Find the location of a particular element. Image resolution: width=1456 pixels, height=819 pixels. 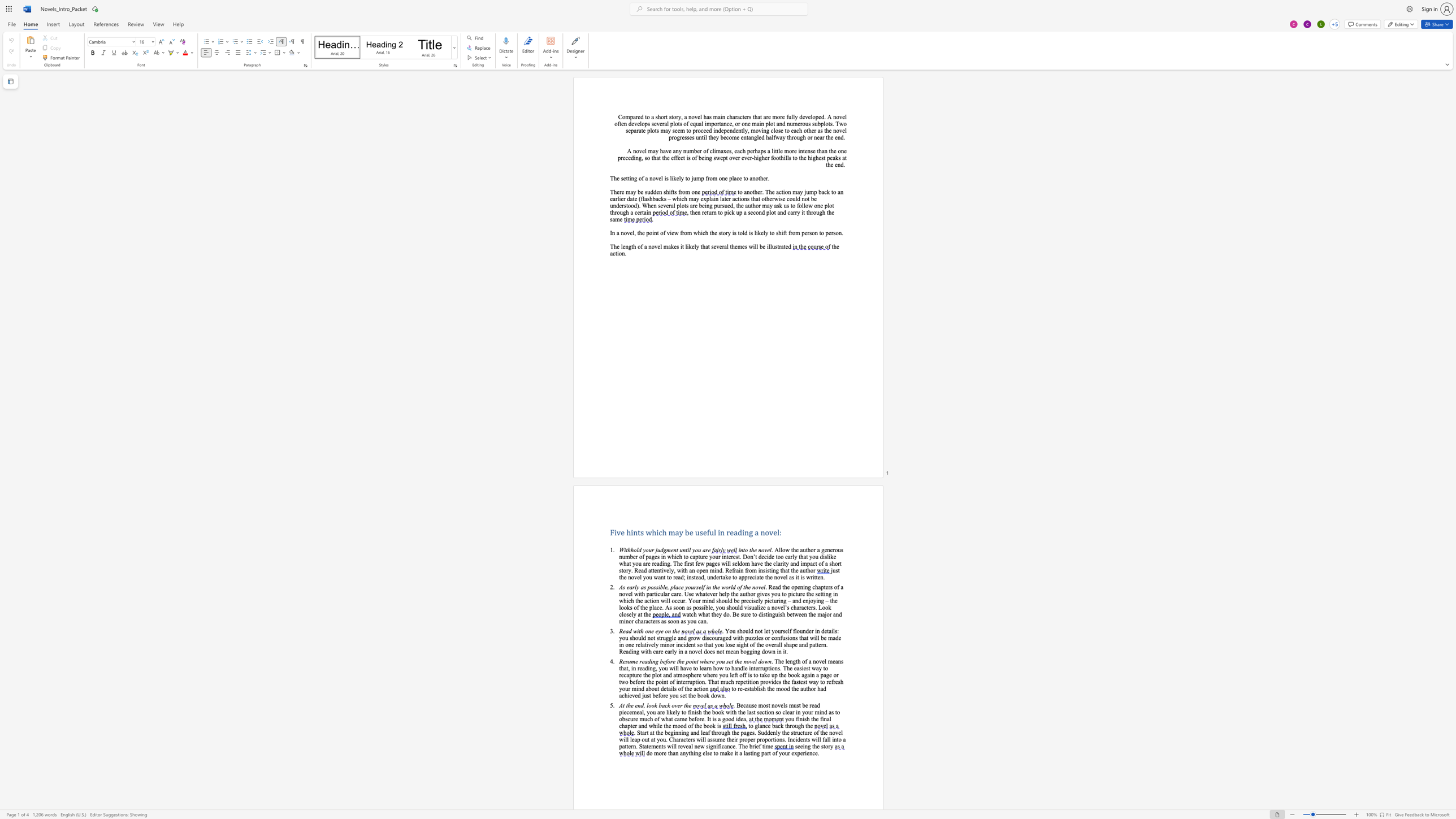

the 1th character "T" in the text is located at coordinates (674, 563).